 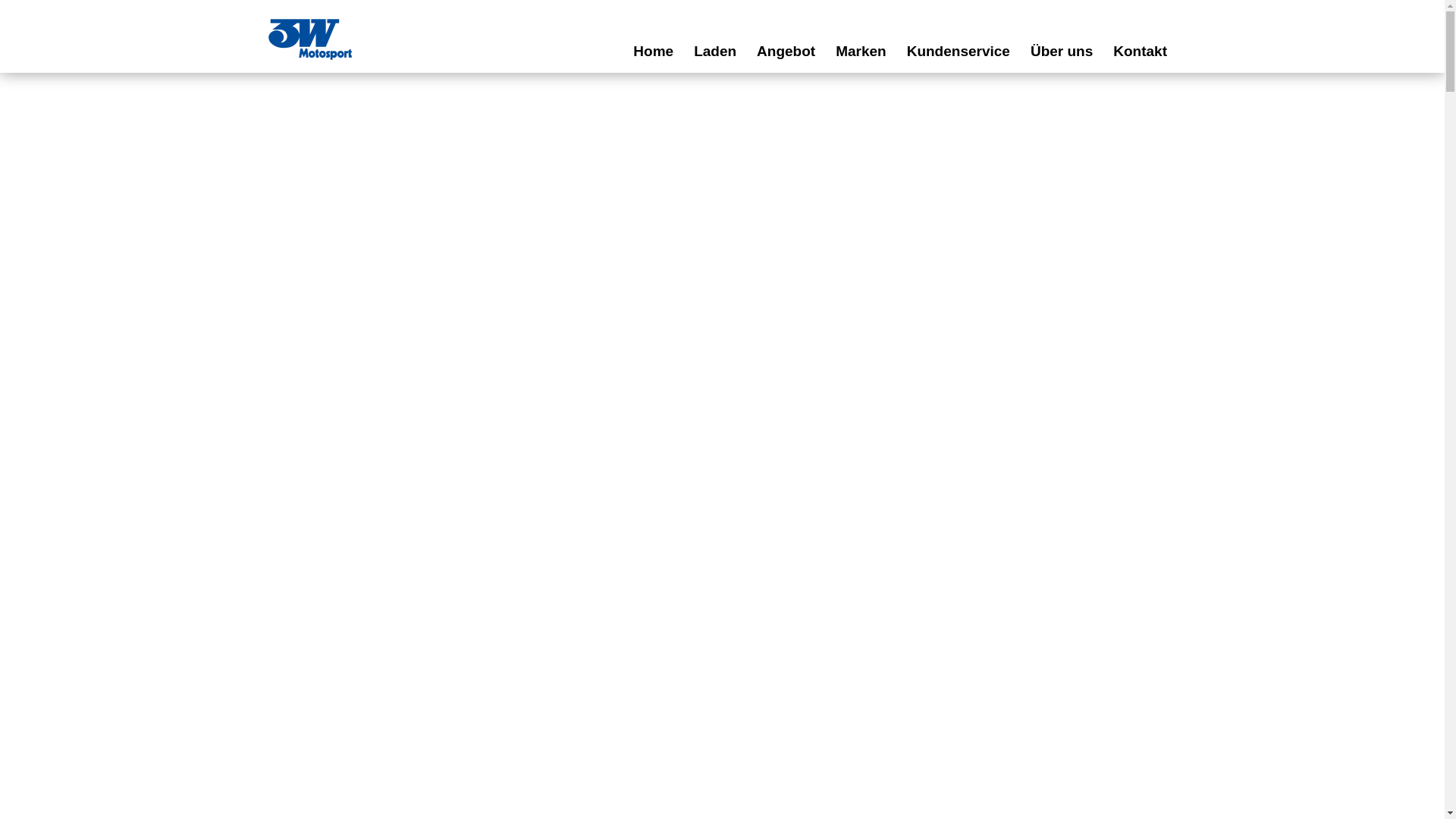 What do you see at coordinates (861, 51) in the screenshot?
I see `'Marken'` at bounding box center [861, 51].